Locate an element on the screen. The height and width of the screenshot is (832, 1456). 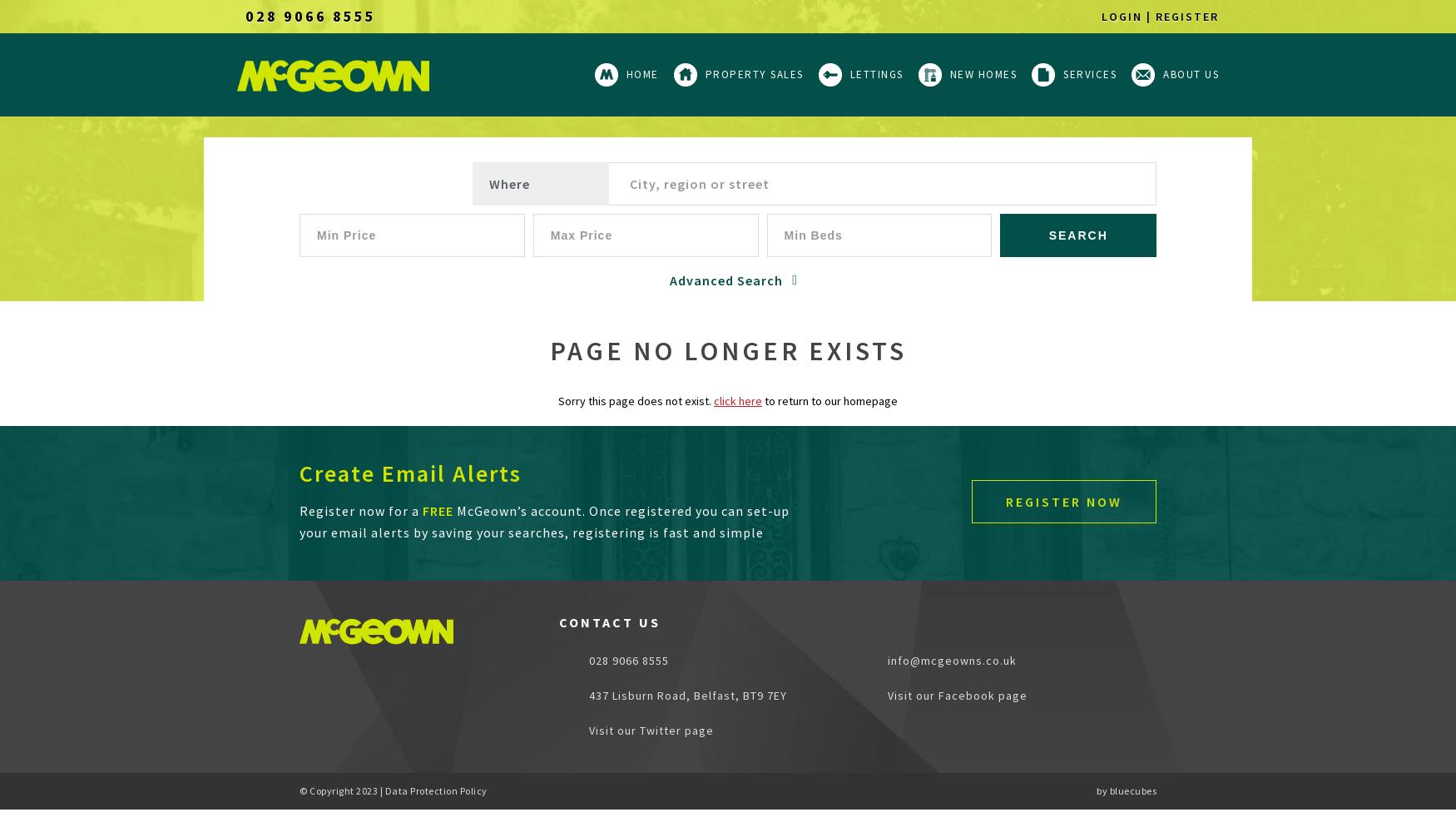
'Page No Longer Exists' is located at coordinates (547, 351).